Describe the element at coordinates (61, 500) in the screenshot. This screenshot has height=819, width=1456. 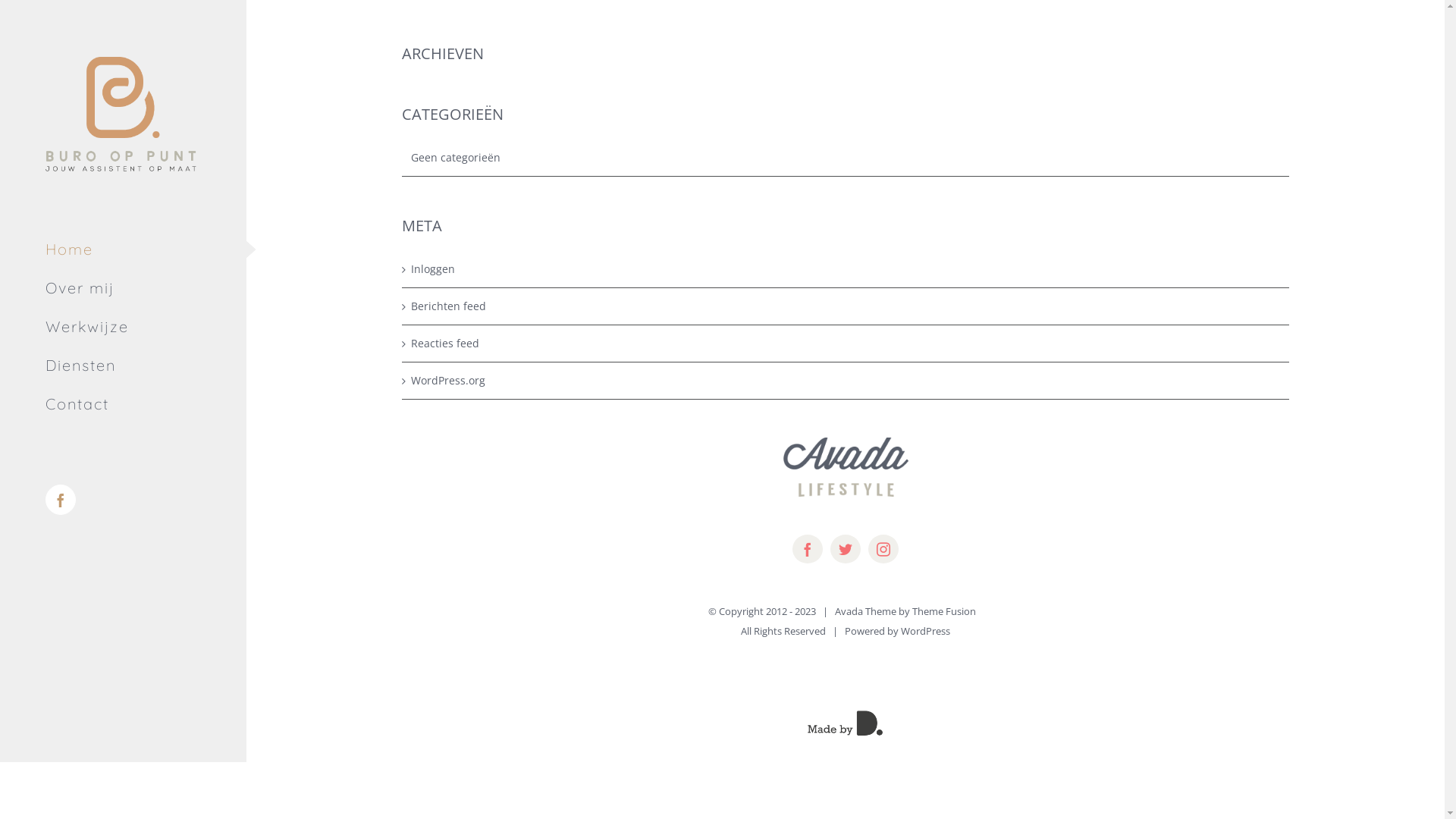
I see `'Facebook'` at that location.